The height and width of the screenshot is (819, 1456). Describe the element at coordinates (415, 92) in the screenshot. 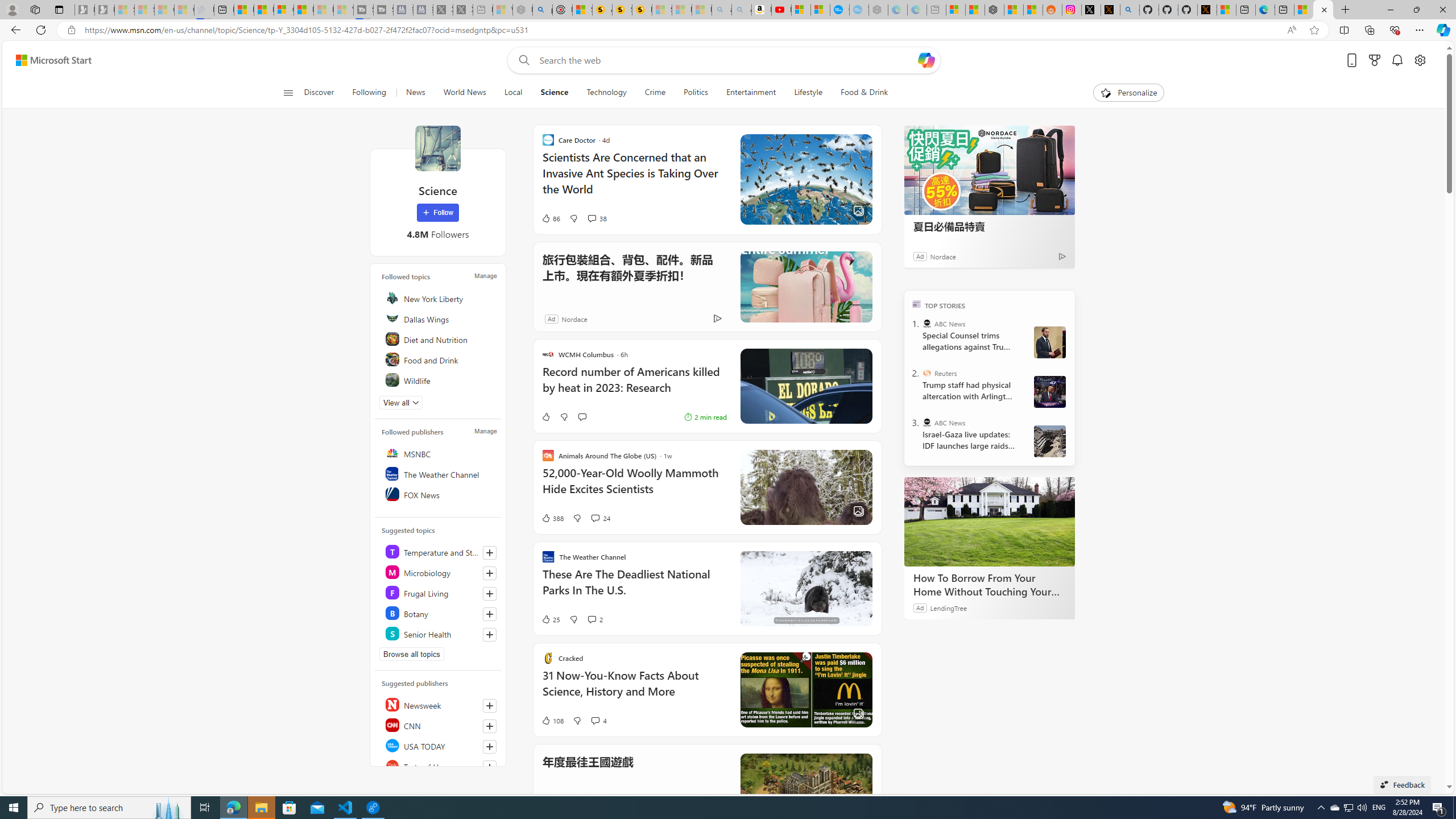

I see `'News'` at that location.